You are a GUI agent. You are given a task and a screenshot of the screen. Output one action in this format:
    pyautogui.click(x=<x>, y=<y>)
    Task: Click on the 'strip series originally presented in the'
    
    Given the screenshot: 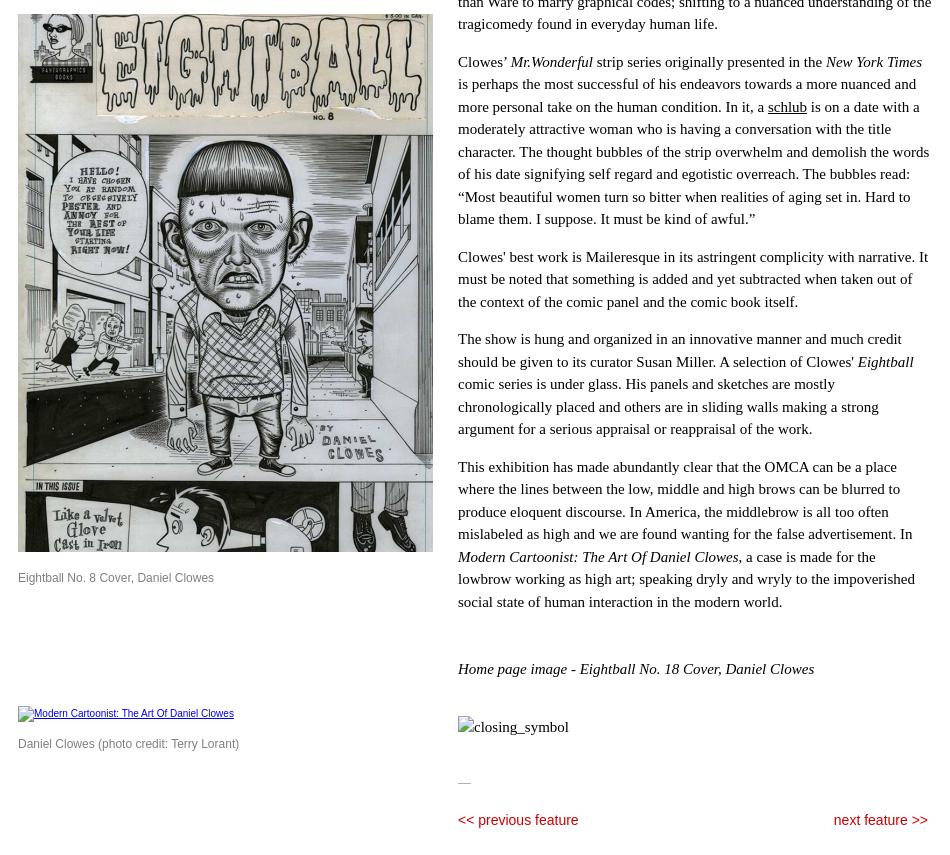 What is the action you would take?
    pyautogui.click(x=708, y=59)
    